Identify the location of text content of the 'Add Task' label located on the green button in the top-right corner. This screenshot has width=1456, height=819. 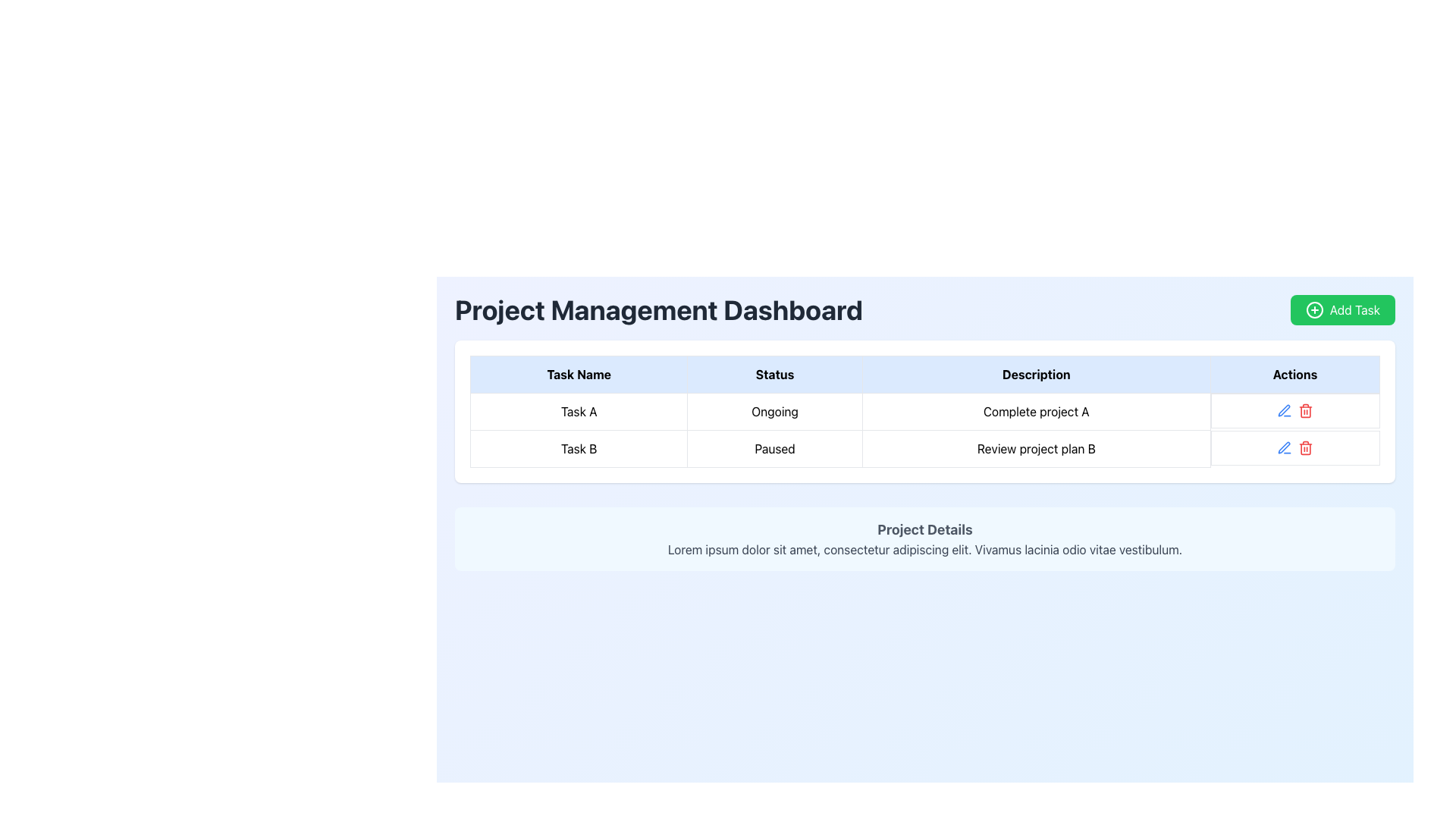
(1354, 309).